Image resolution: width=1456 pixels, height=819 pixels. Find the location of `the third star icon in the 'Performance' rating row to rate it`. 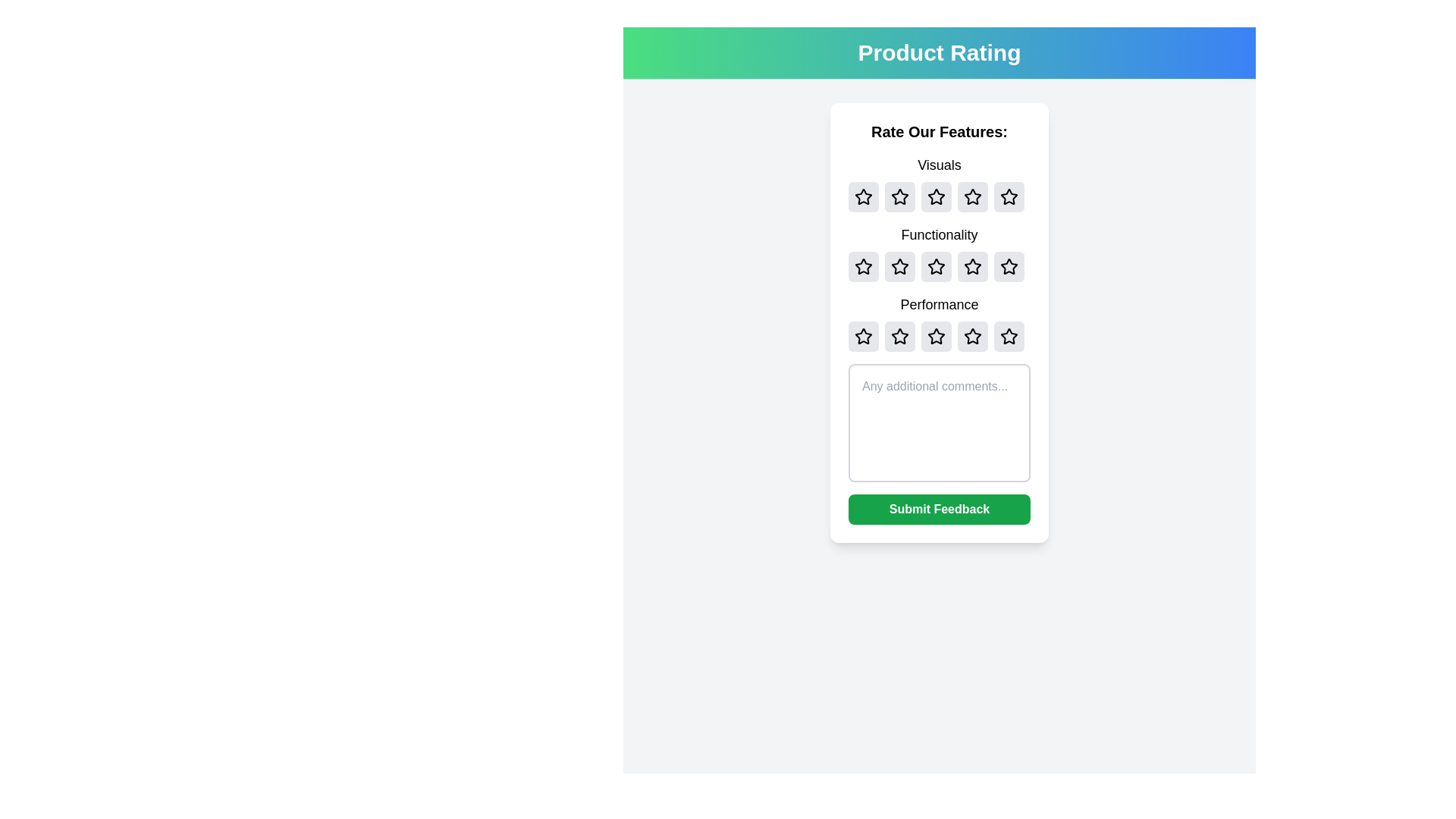

the third star icon in the 'Performance' rating row to rate it is located at coordinates (938, 335).